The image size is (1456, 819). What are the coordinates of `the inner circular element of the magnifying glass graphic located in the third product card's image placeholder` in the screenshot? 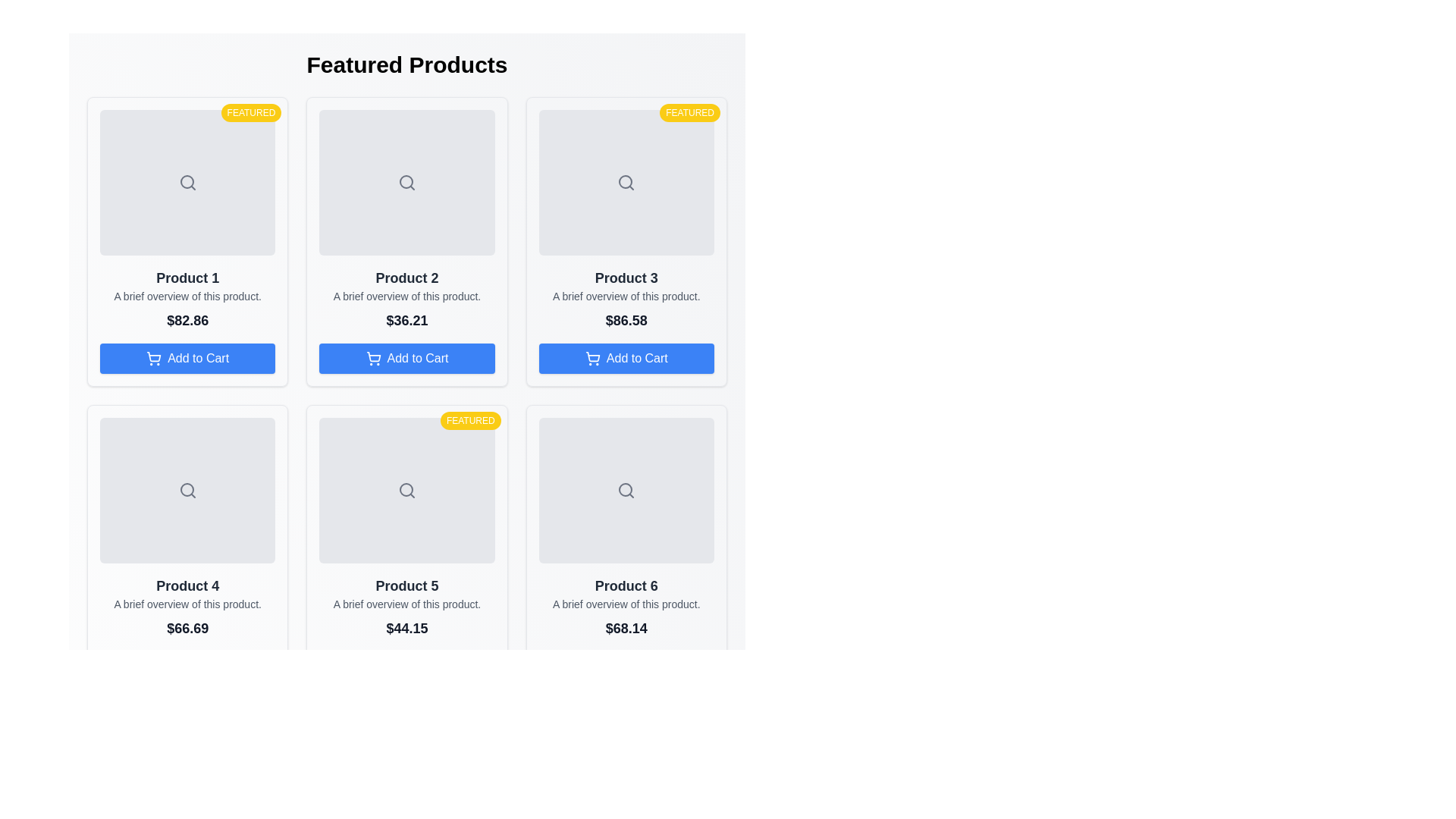 It's located at (626, 180).